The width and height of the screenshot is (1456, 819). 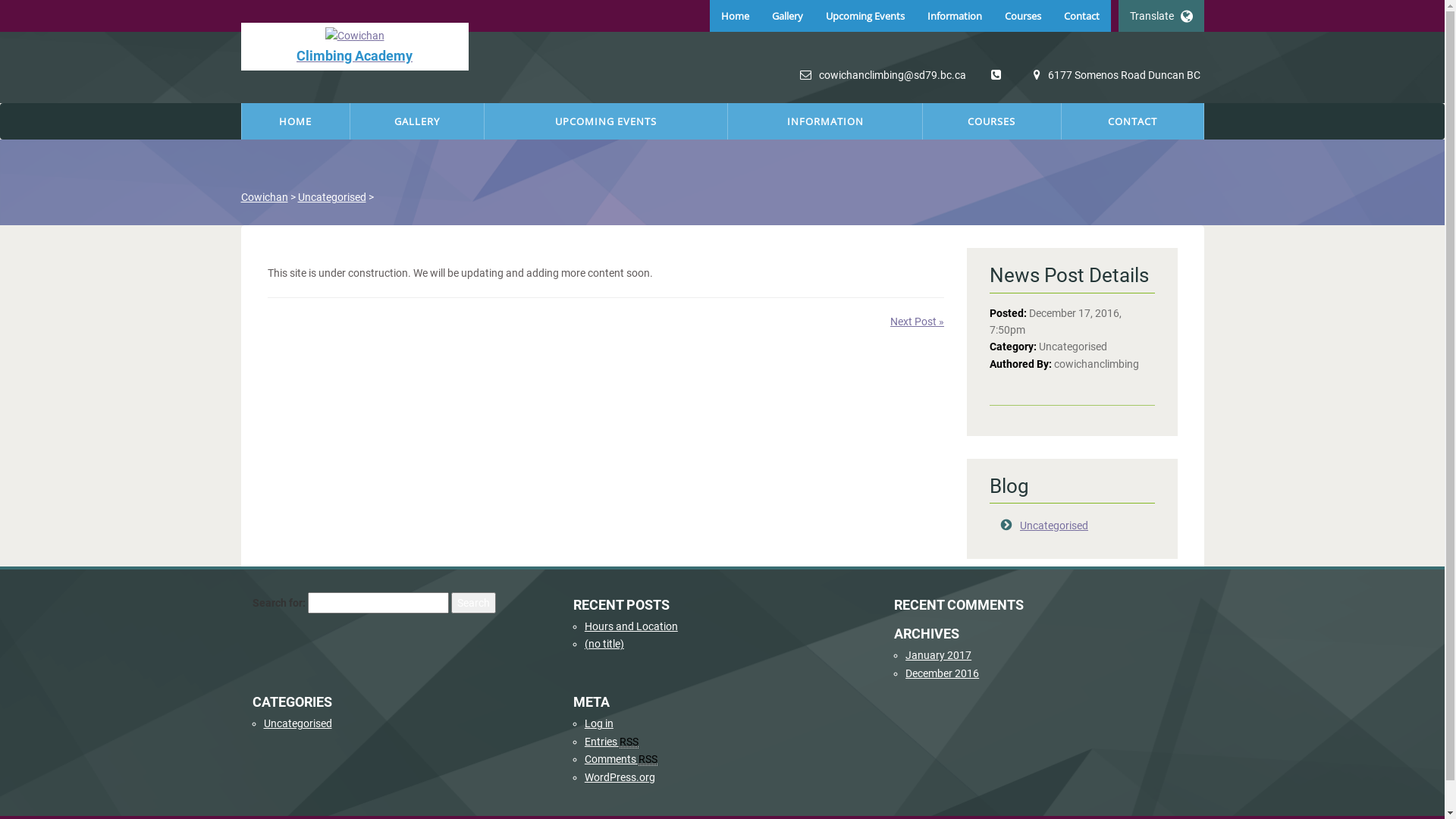 I want to click on 'Hours and Location', so click(x=631, y=626).